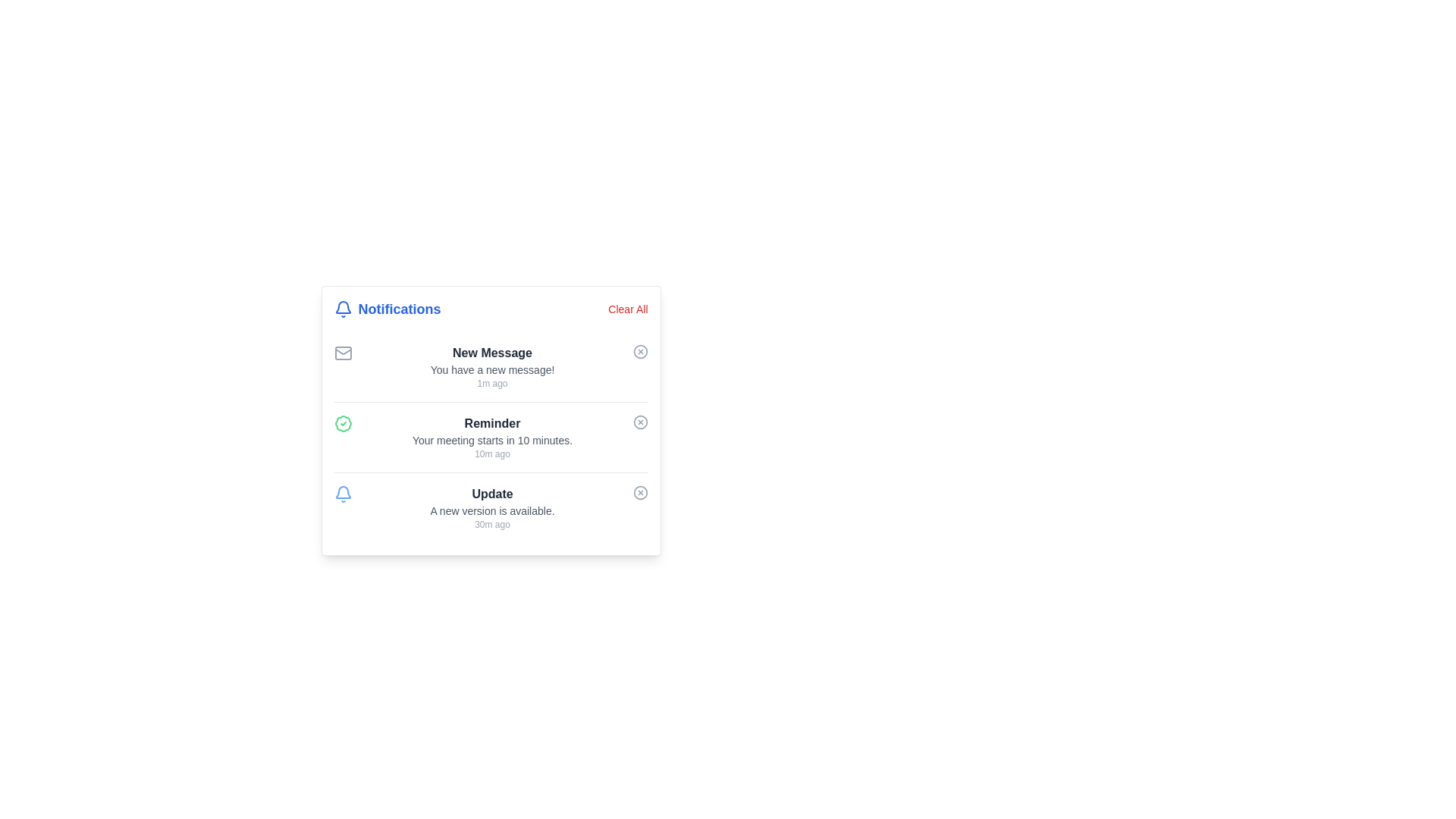 This screenshot has width=1456, height=819. Describe the element at coordinates (342, 494) in the screenshot. I see `bell icon representing notifications related to the 'Update' message, which is located on the left side of the notification entry for updates` at that location.